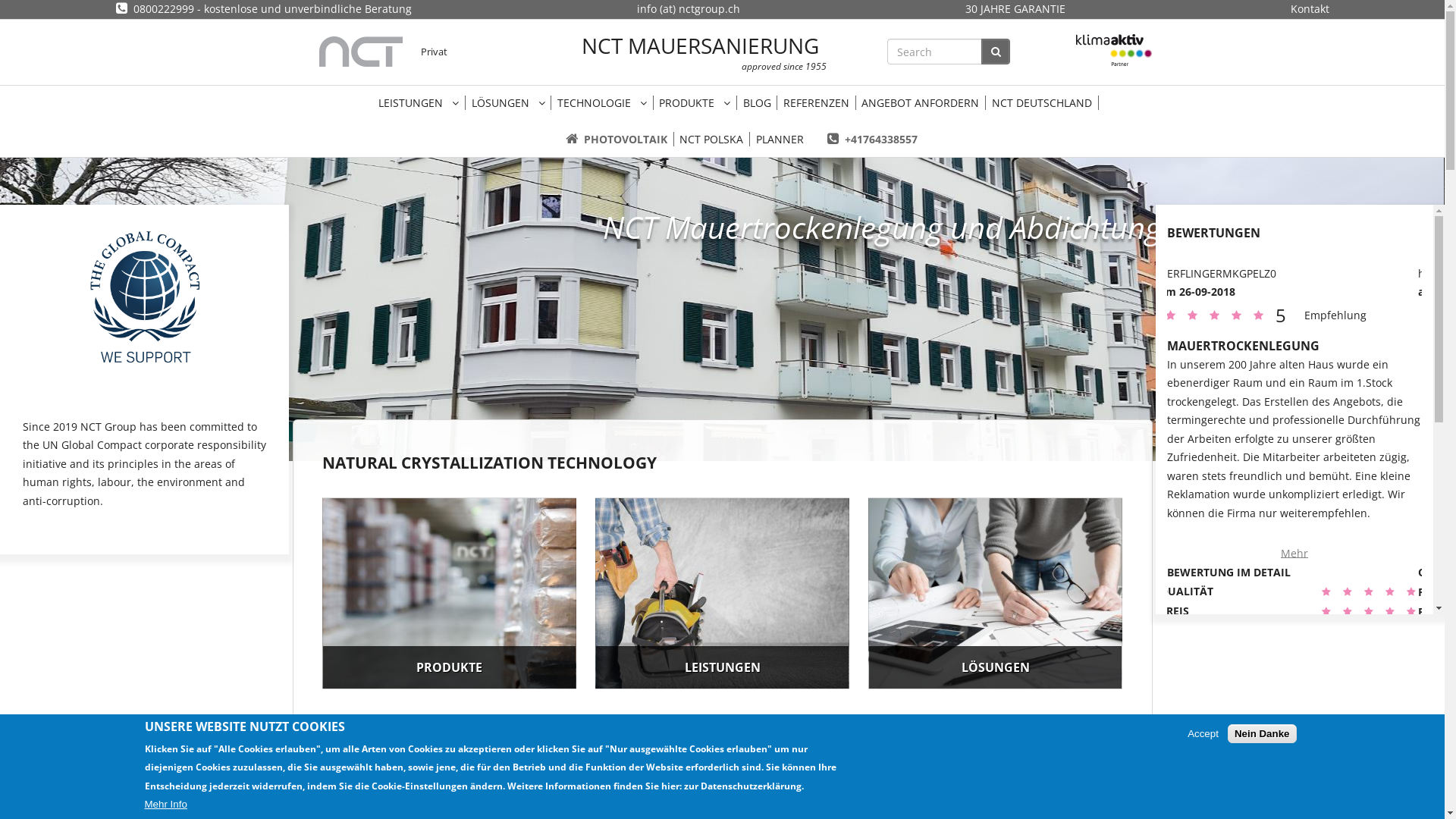  I want to click on 'REFERENZEN', so click(777, 102).